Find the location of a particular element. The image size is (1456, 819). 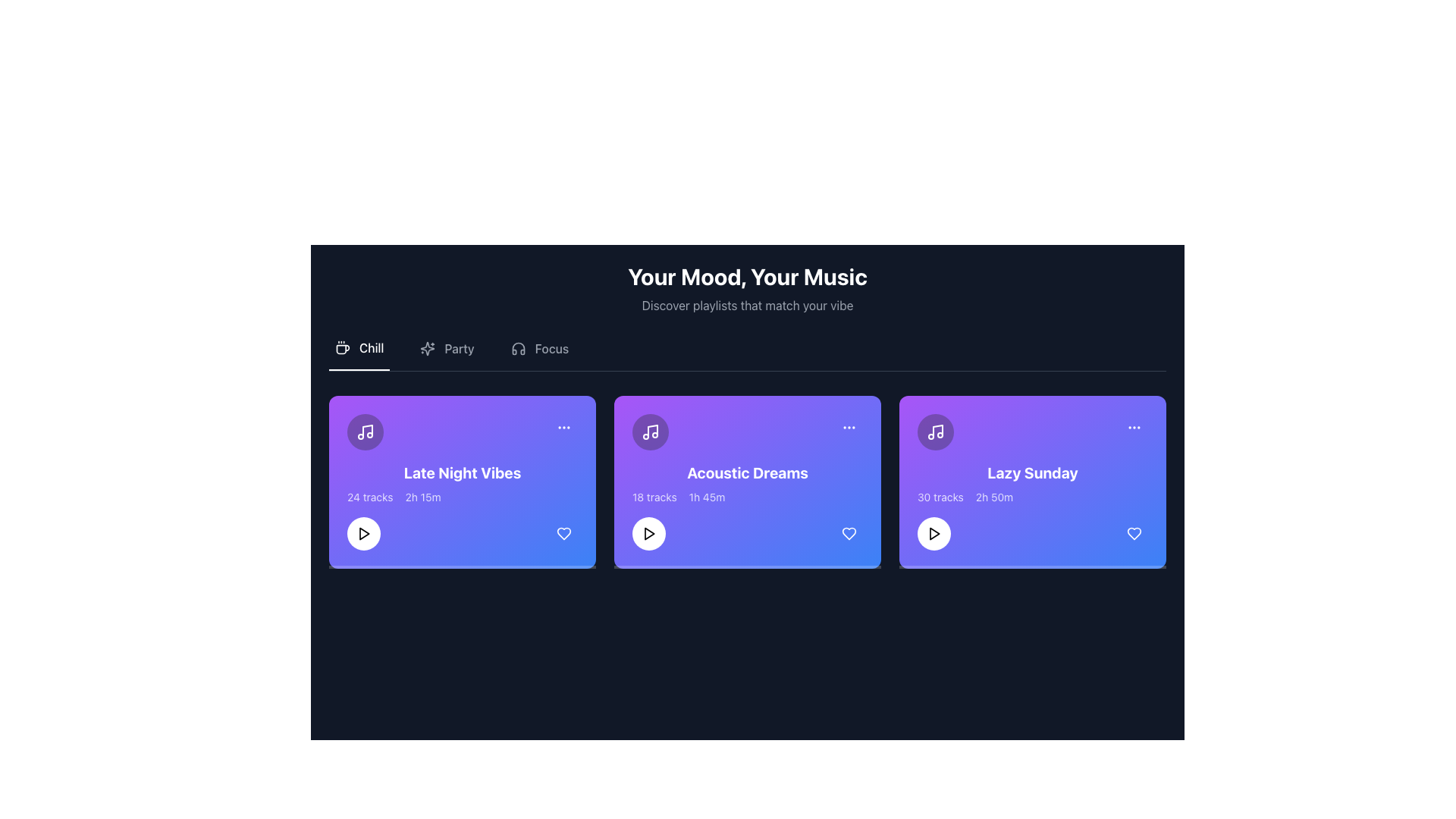

the 'Chill' navigation button located on the leftmost side of the row is located at coordinates (359, 354).